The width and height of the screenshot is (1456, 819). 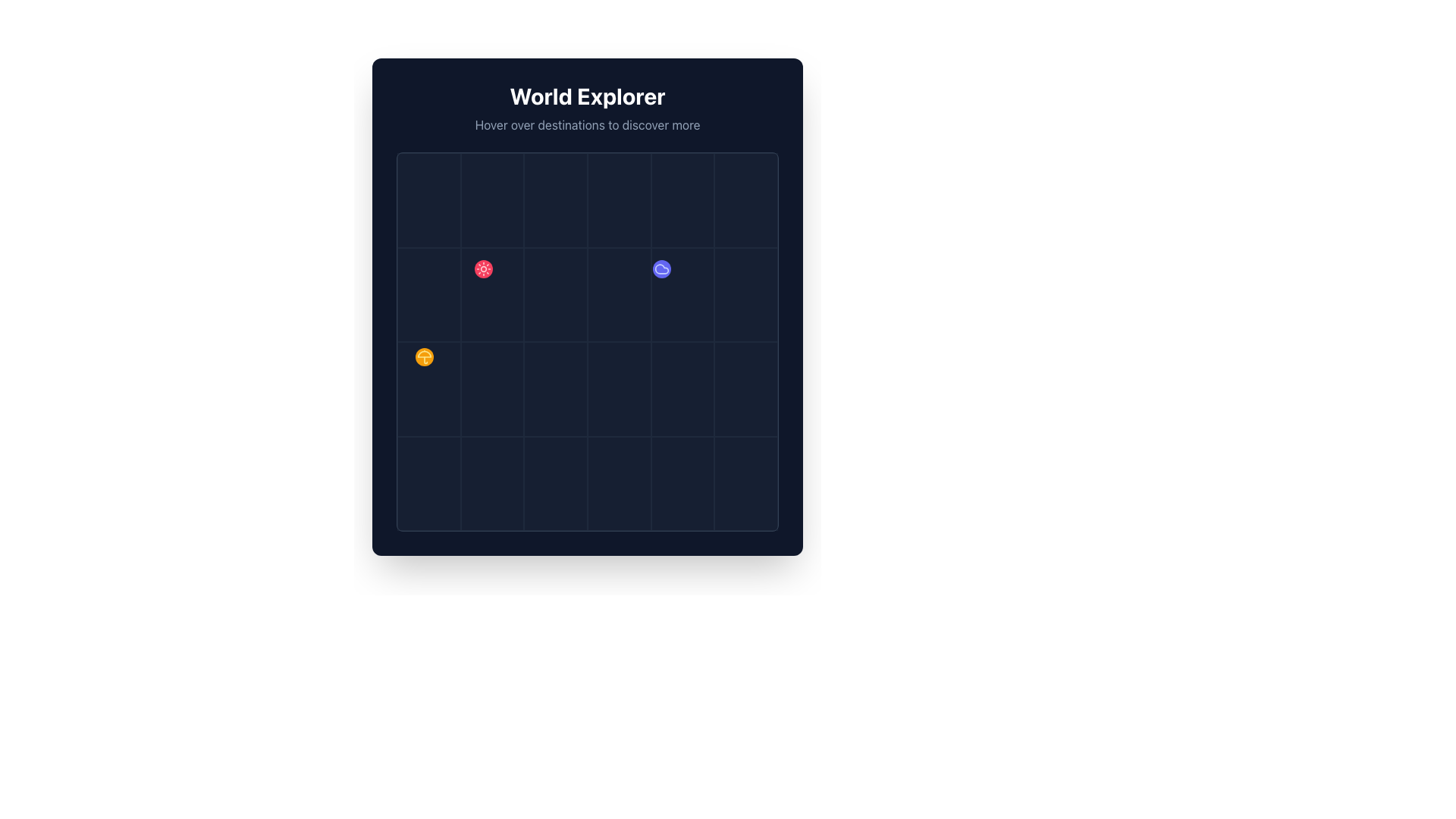 I want to click on the orange-colored umbrella icon located in the lower-left quadrant of the grid interface, so click(x=425, y=356).